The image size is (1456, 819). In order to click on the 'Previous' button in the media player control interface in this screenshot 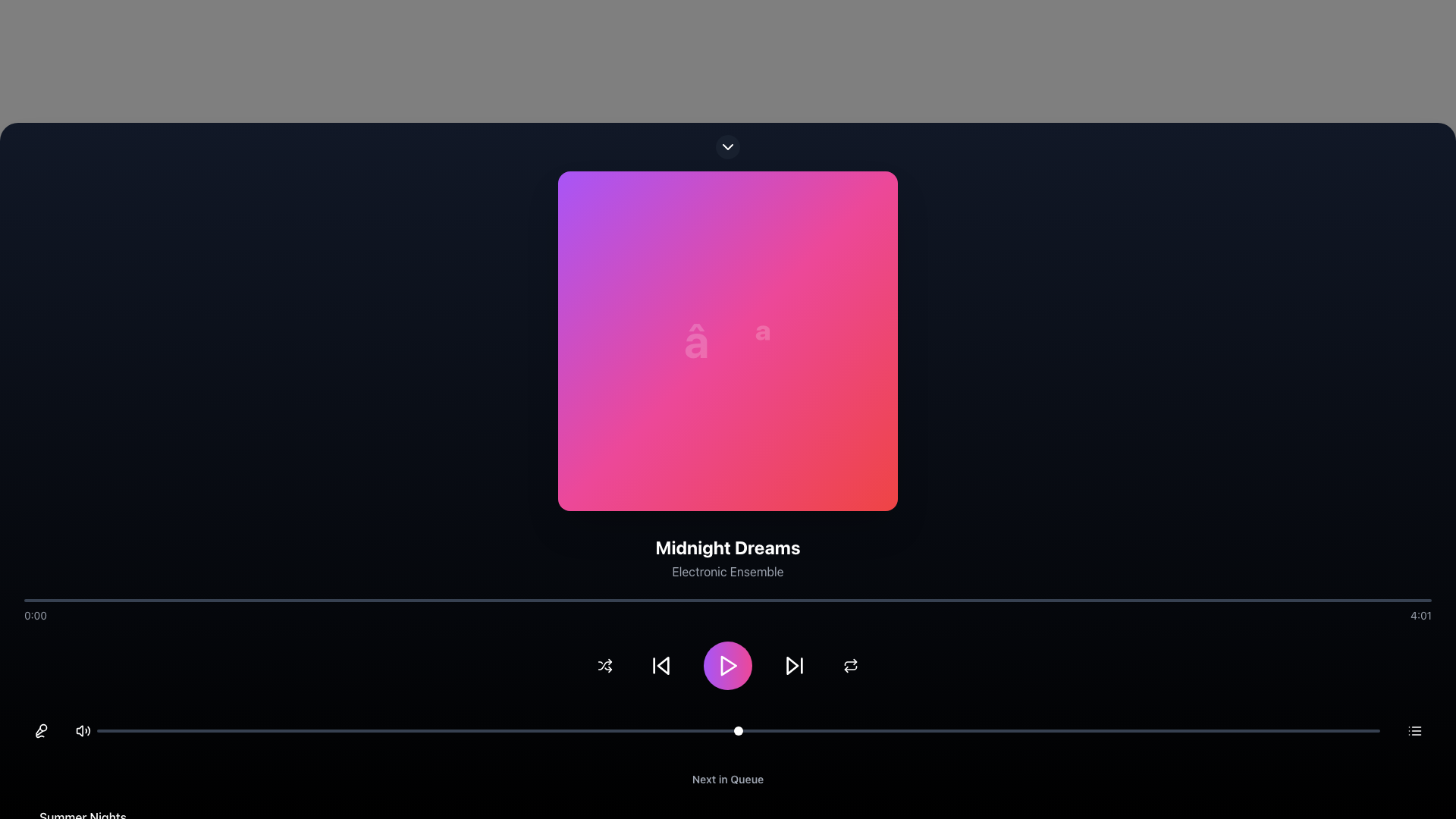, I will do `click(663, 665)`.